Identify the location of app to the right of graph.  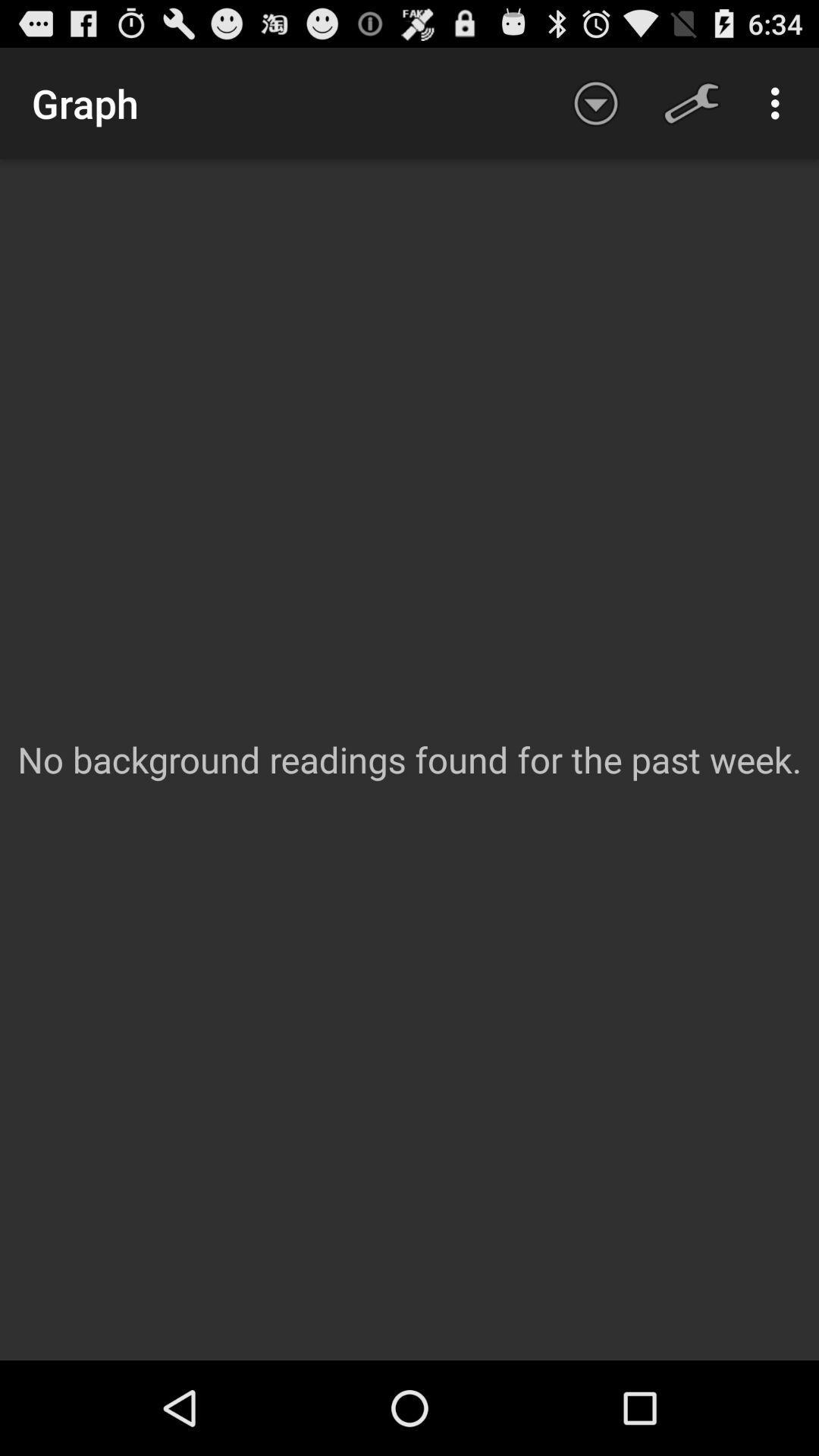
(595, 102).